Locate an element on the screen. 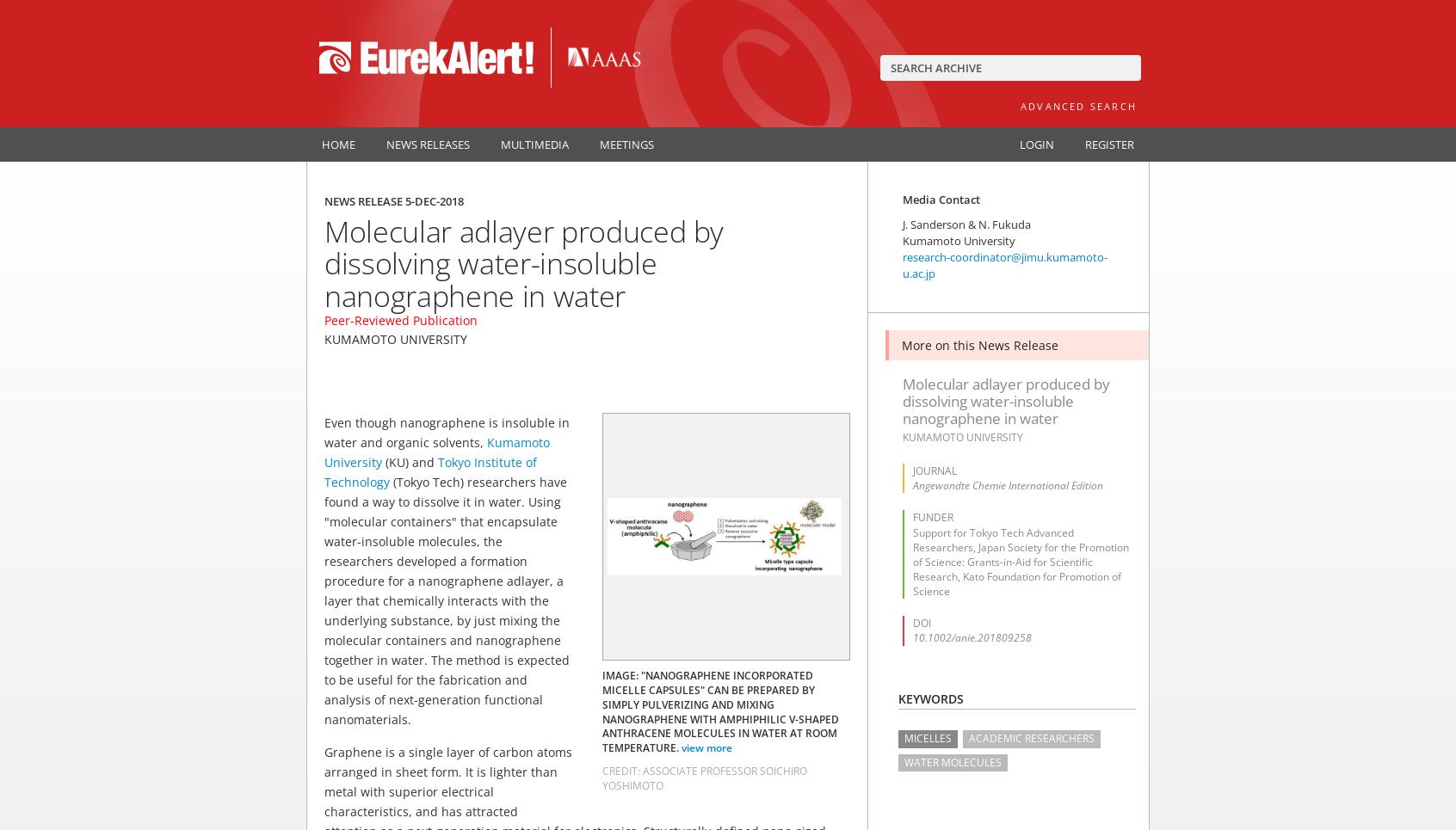  'Academic researchers' is located at coordinates (1030, 738).